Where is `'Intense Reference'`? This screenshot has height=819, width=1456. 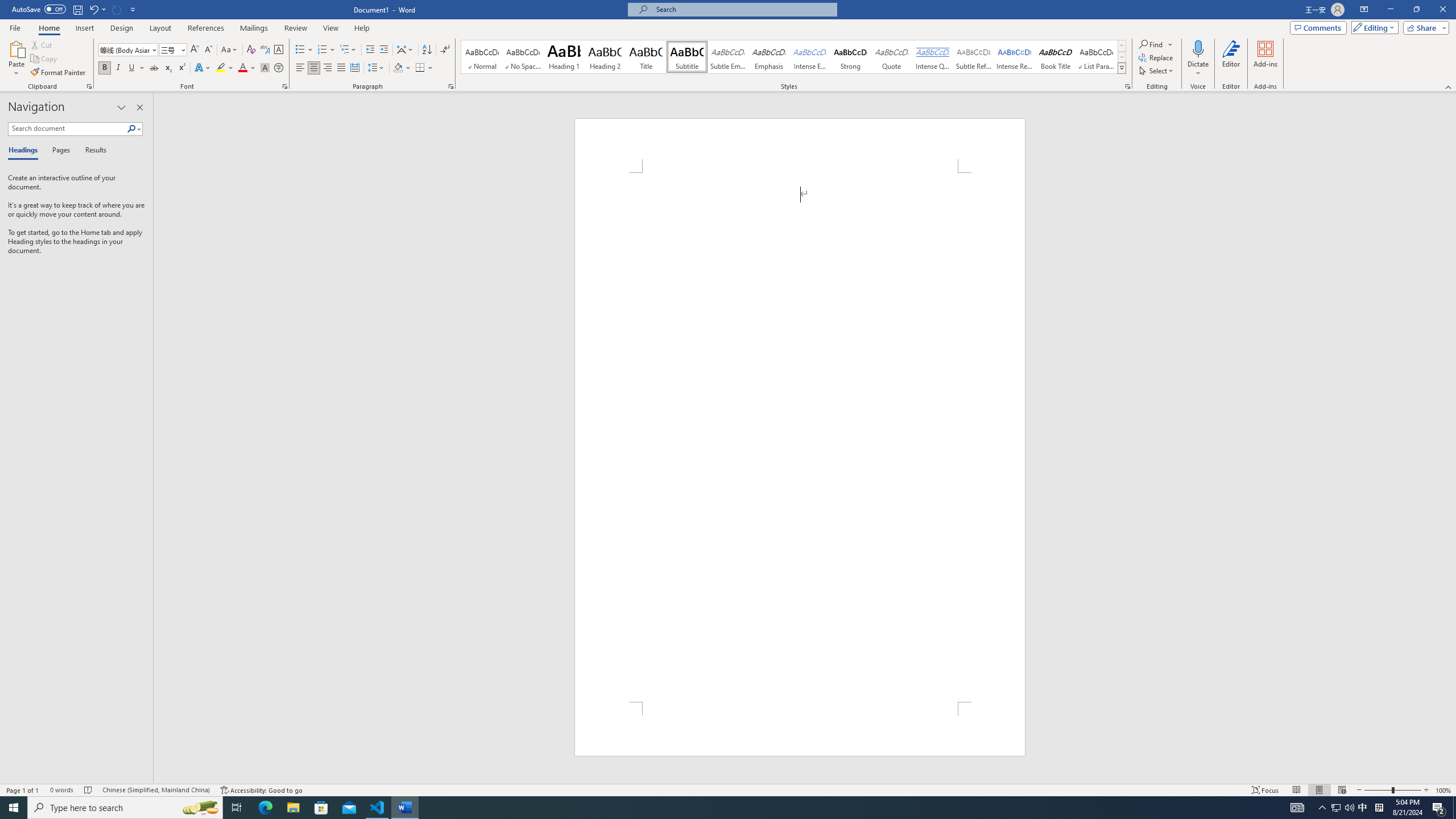 'Intense Reference' is located at coordinates (1015, 56).